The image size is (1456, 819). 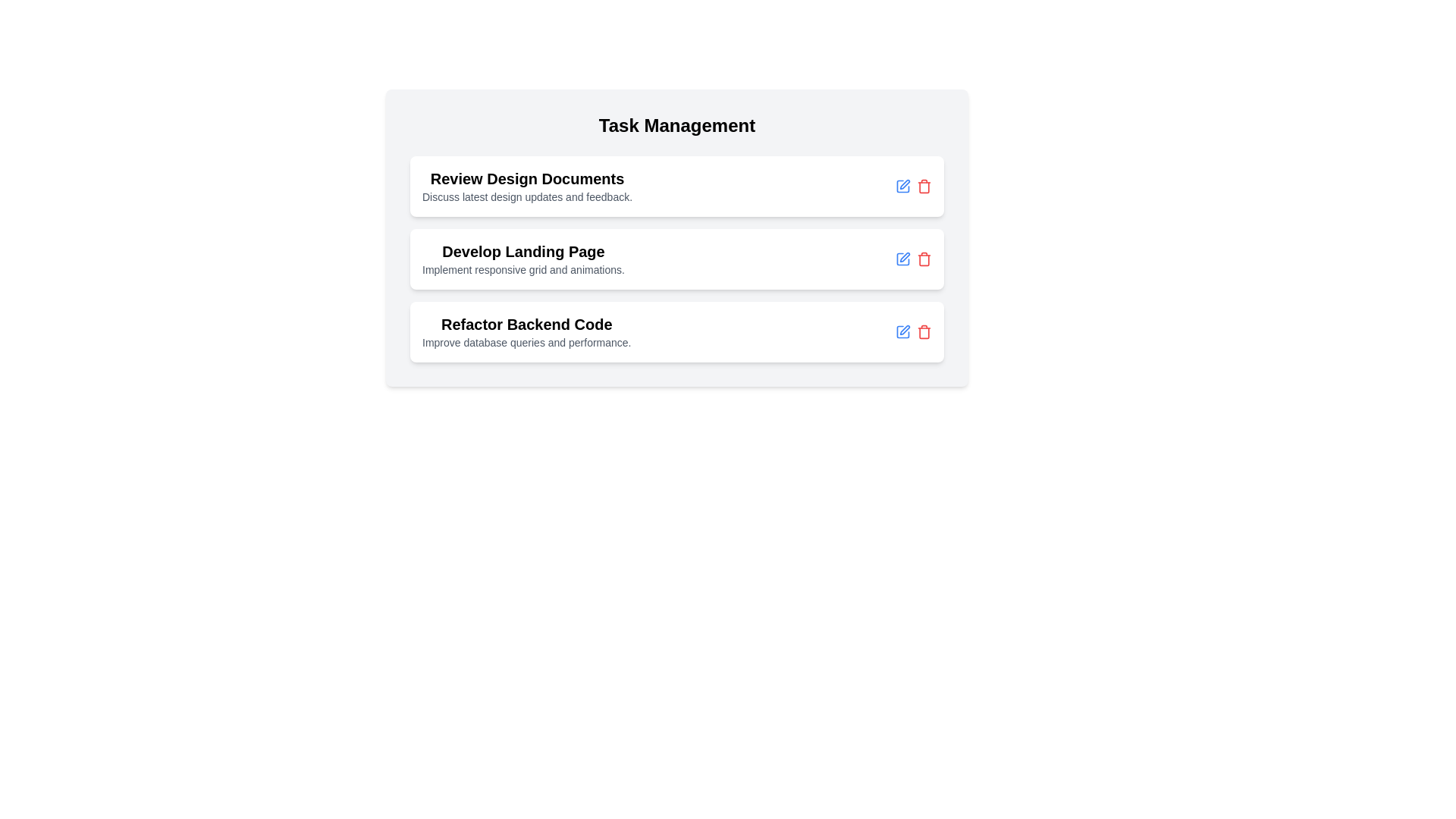 I want to click on the 'Refactor Backend Code' text display to interact with the task controls located adjacent to it, so click(x=526, y=331).